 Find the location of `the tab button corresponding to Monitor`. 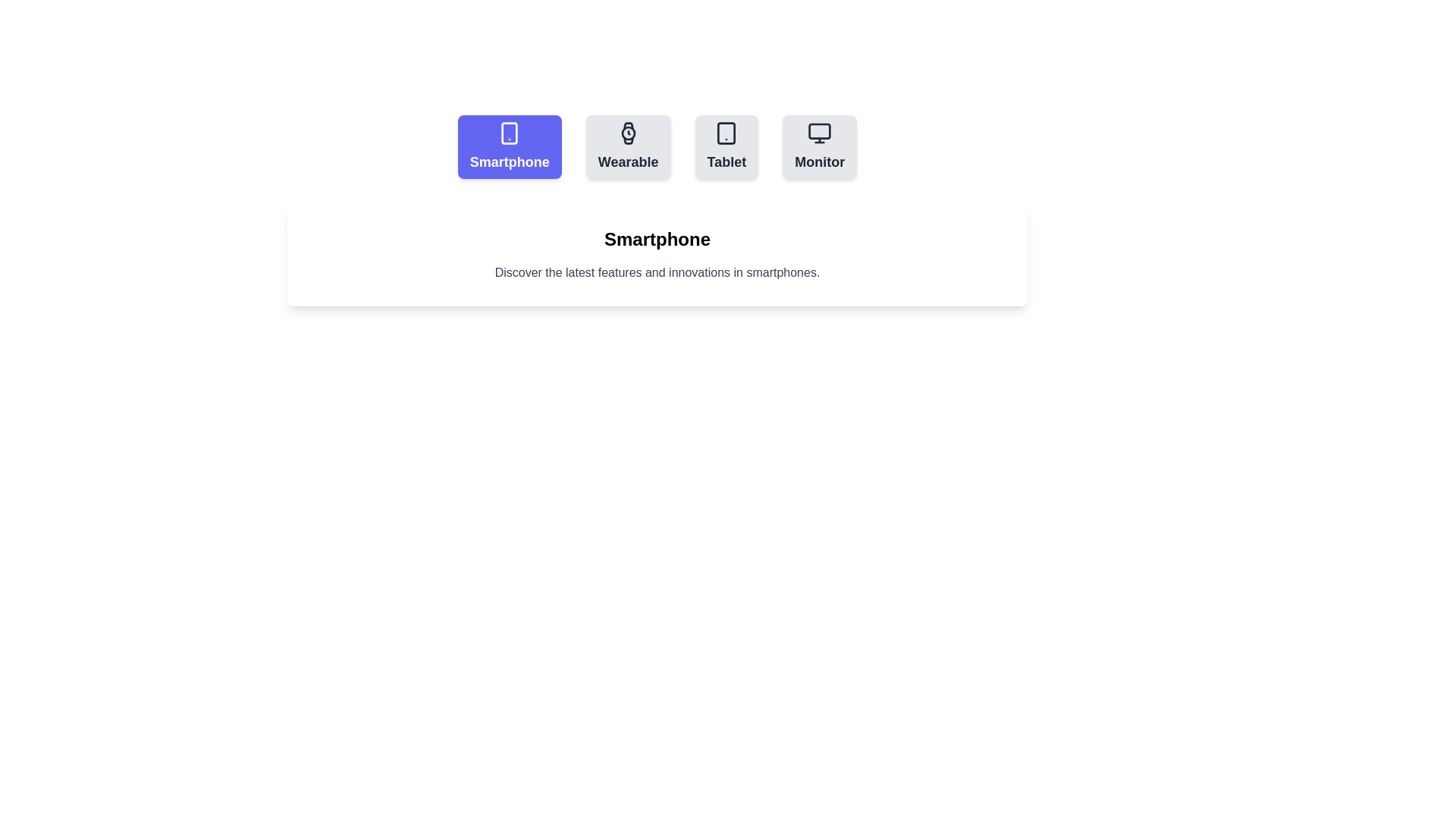

the tab button corresponding to Monitor is located at coordinates (819, 146).